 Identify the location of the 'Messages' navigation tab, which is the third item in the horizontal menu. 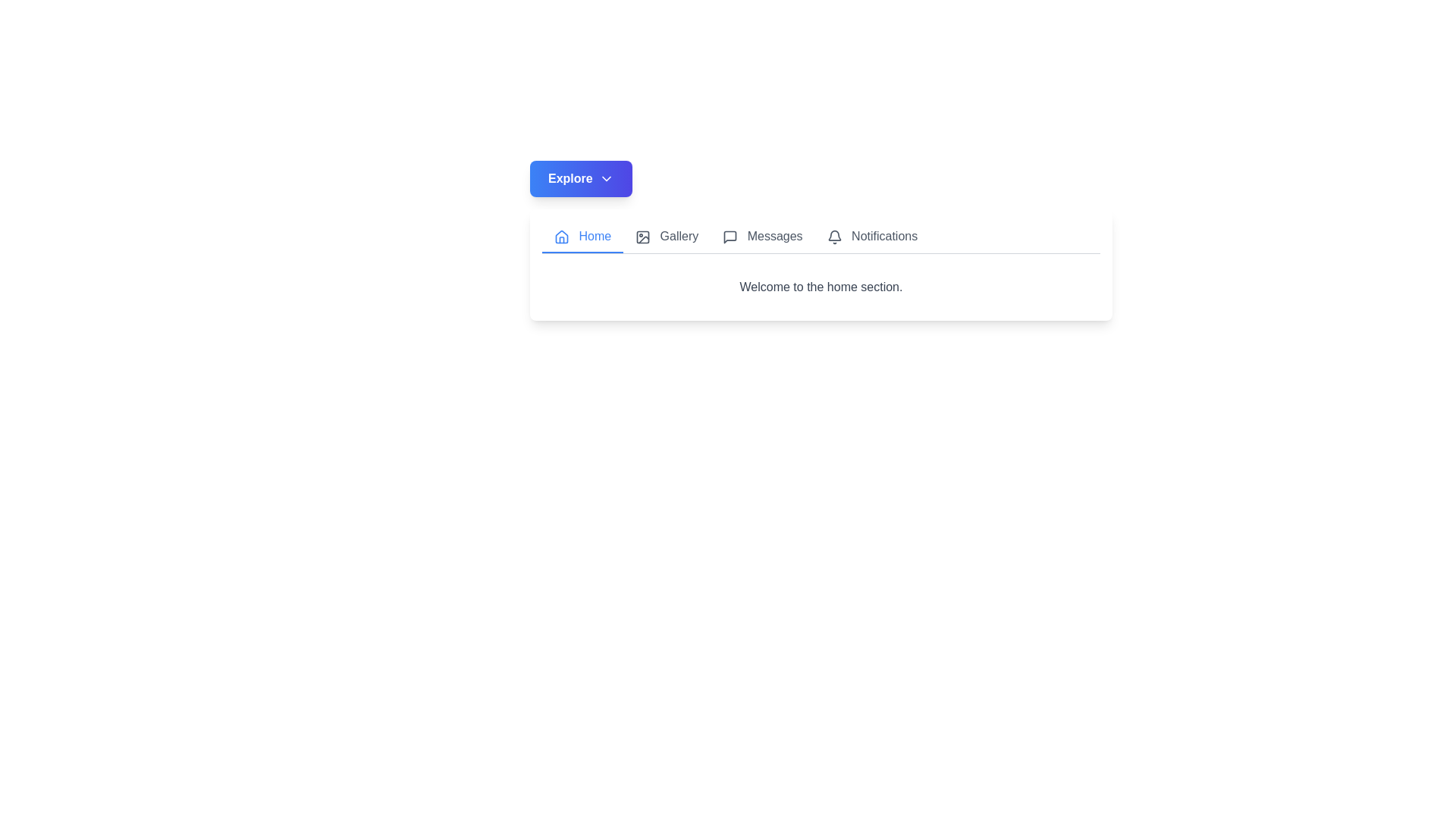
(762, 237).